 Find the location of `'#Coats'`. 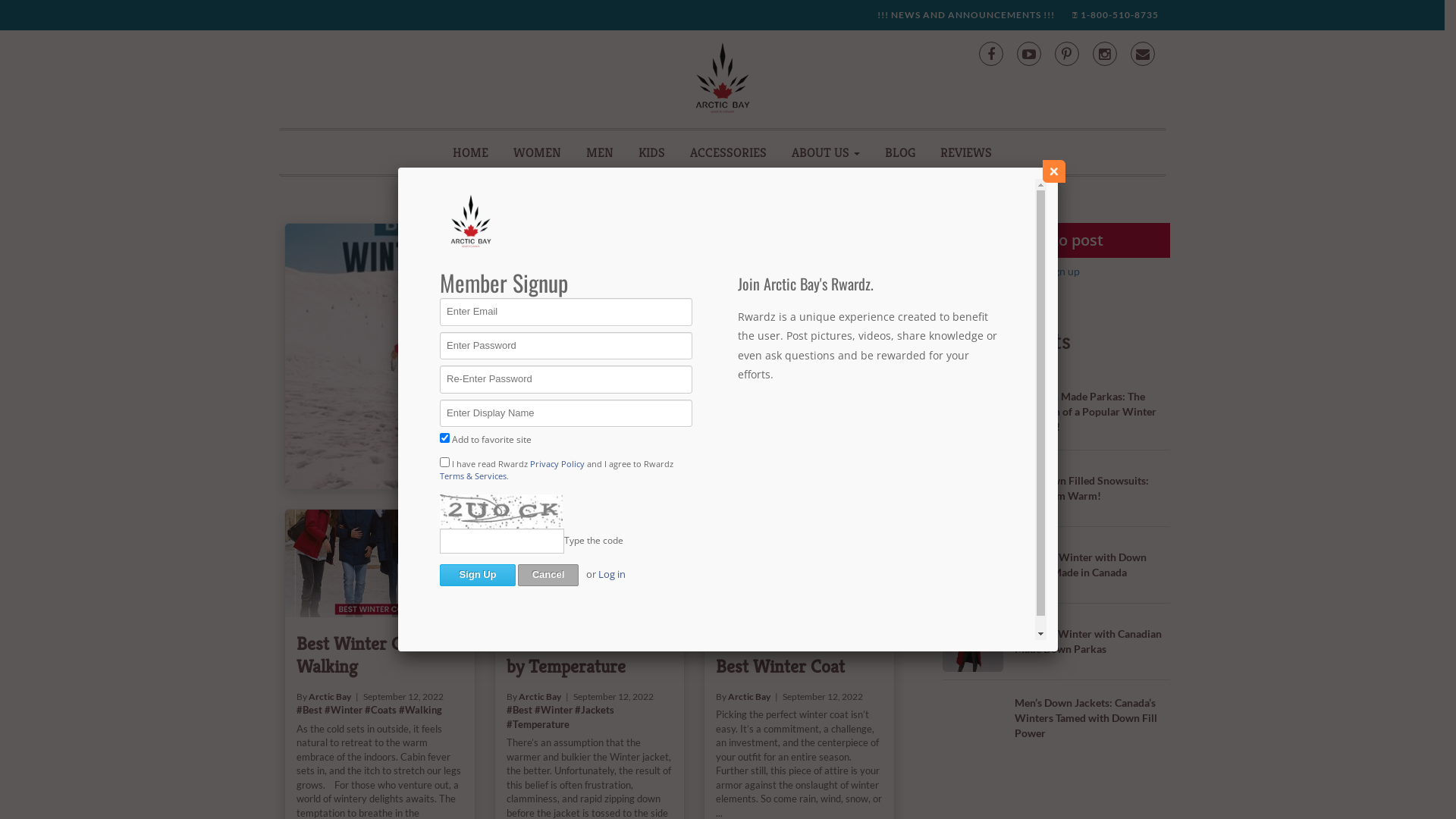

'#Coats' is located at coordinates (381, 710).